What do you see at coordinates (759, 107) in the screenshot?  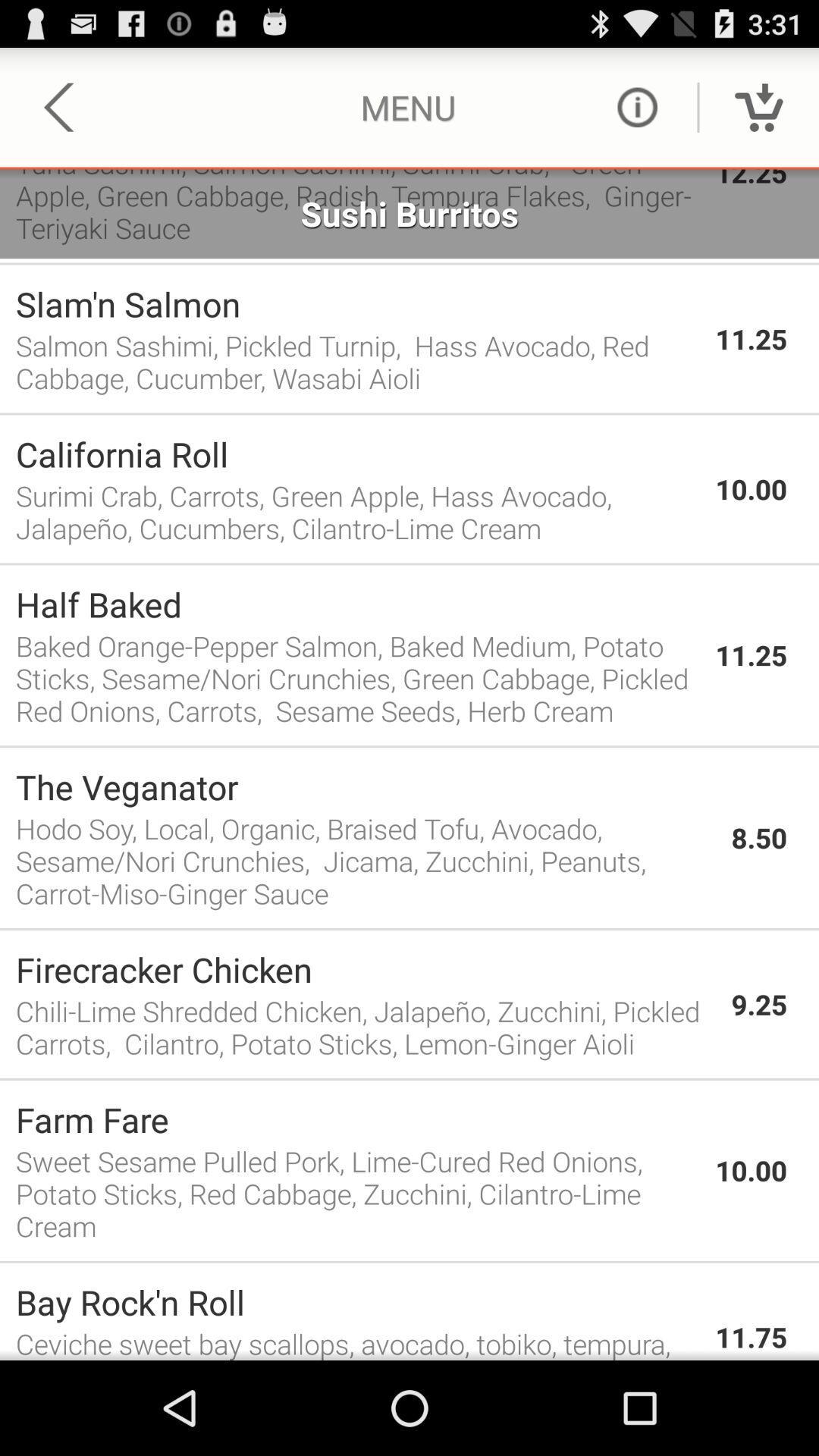 I see `the cart button on the top right corner of the web page` at bounding box center [759, 107].